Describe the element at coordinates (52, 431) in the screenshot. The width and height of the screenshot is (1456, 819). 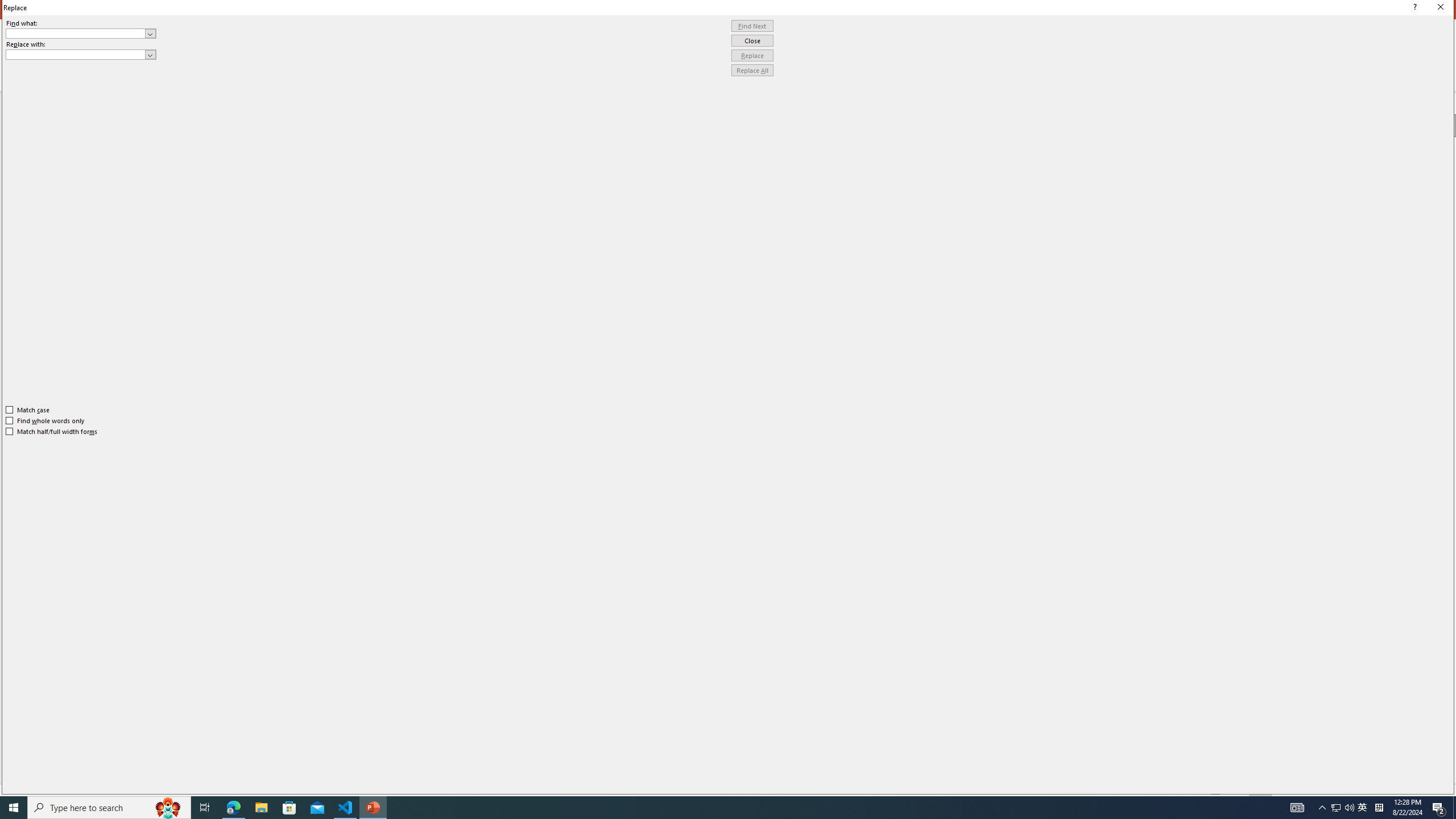
I see `'Match half/full width forms'` at that location.